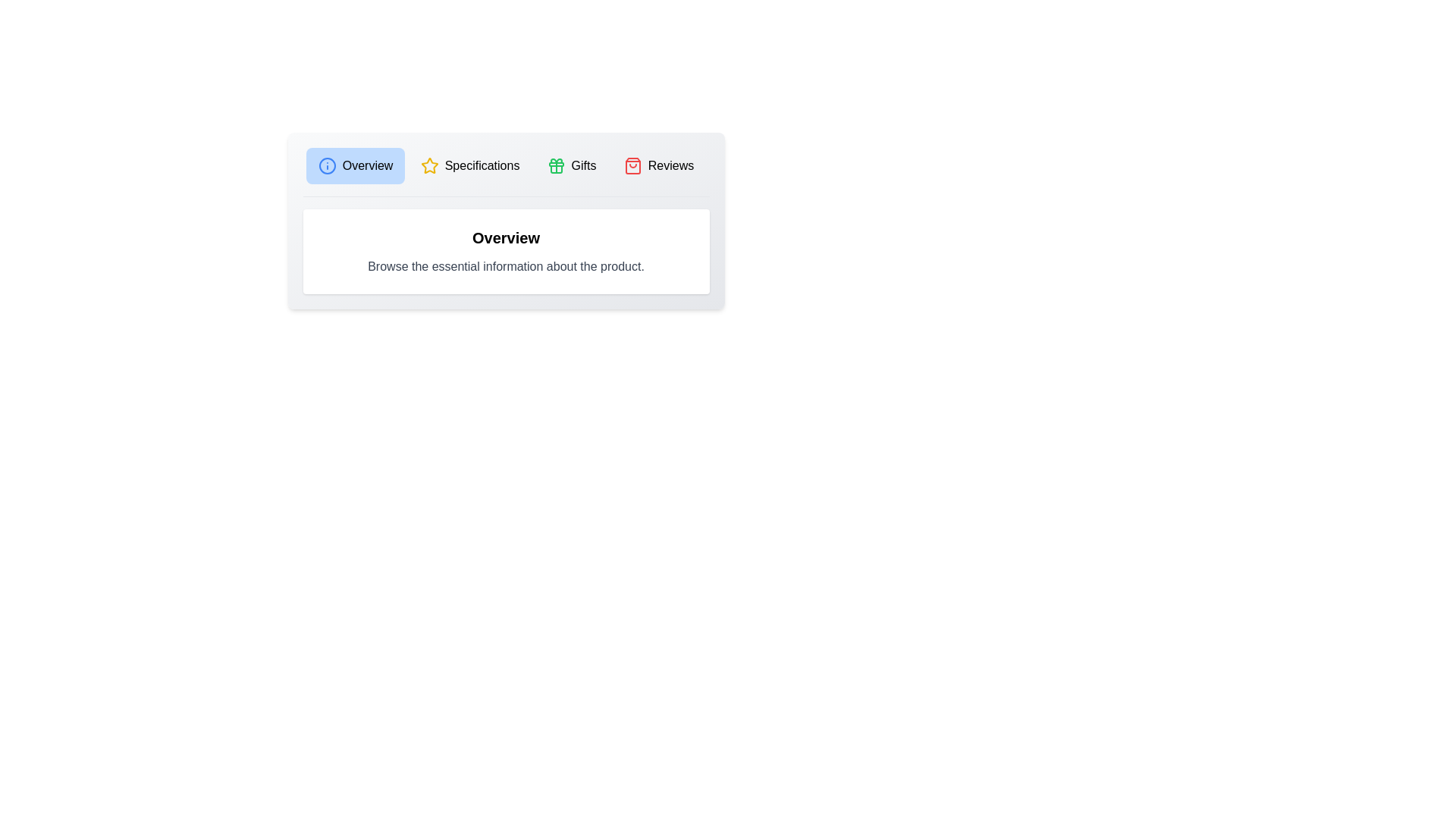 The image size is (1456, 819). What do you see at coordinates (570, 166) in the screenshot?
I see `the tab labeled Gifts` at bounding box center [570, 166].